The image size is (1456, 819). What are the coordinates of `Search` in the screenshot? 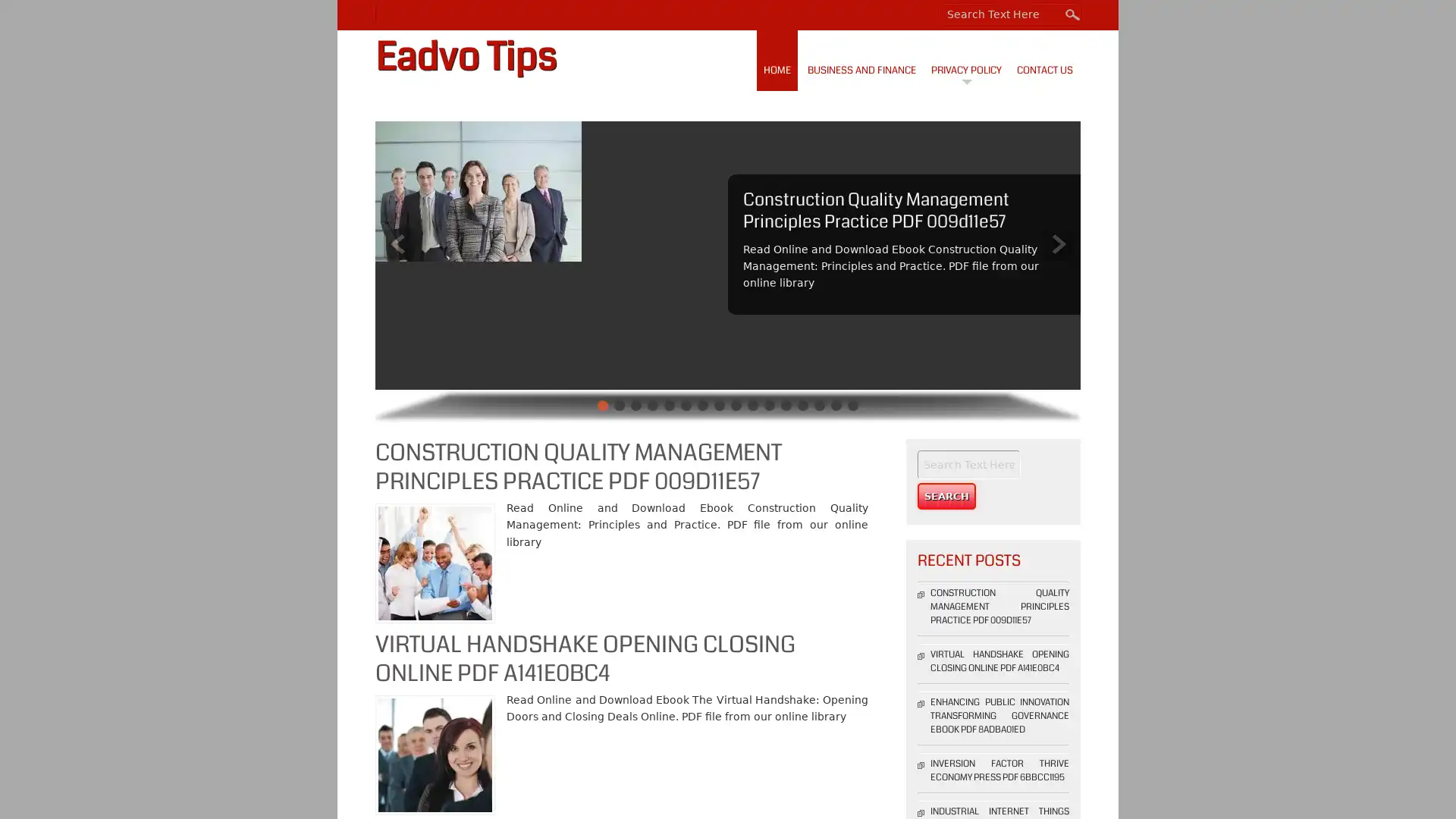 It's located at (946, 496).